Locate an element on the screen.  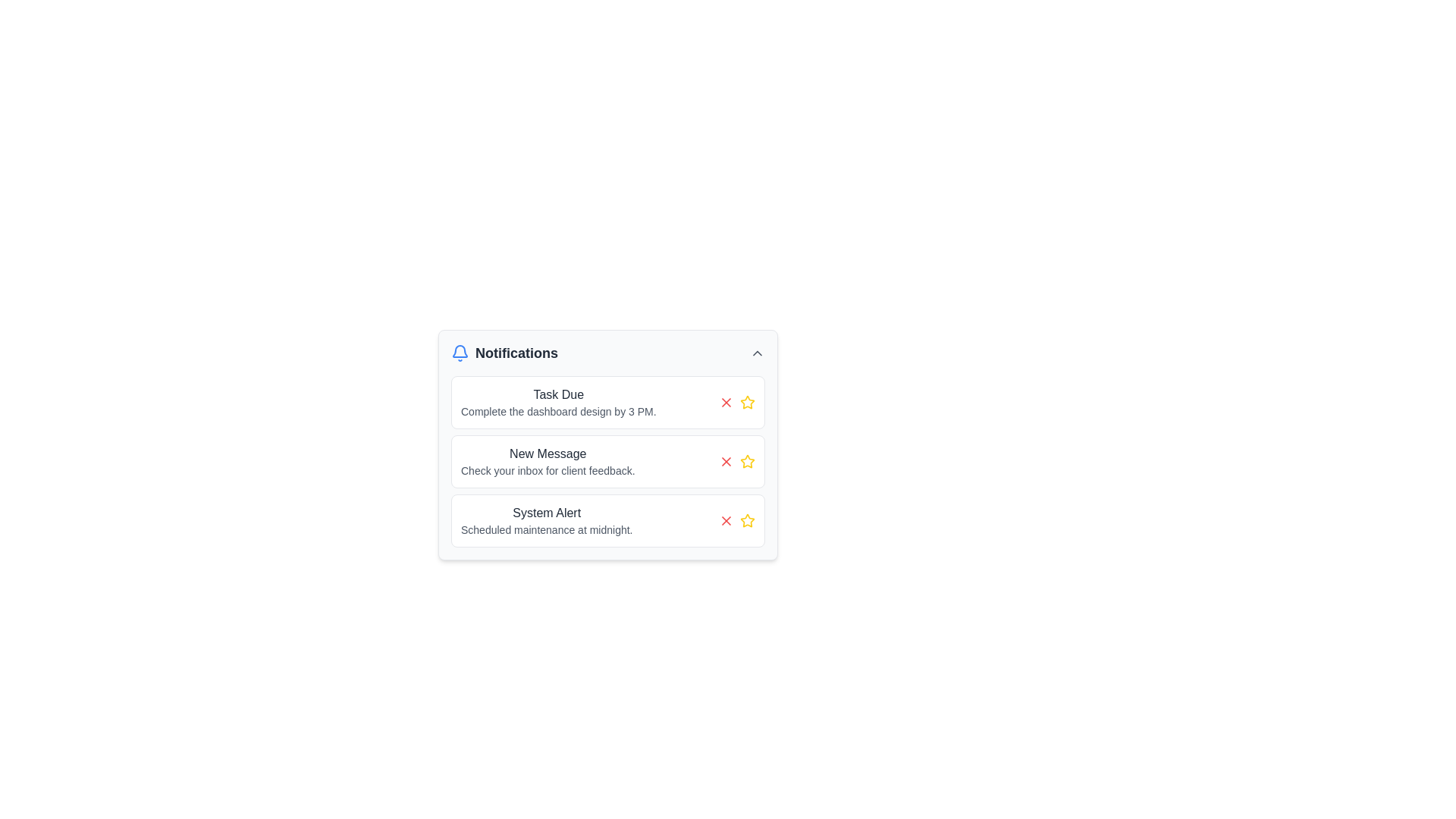
text content from the 'Task Due' notification, which includes the heading and subtext is located at coordinates (557, 402).